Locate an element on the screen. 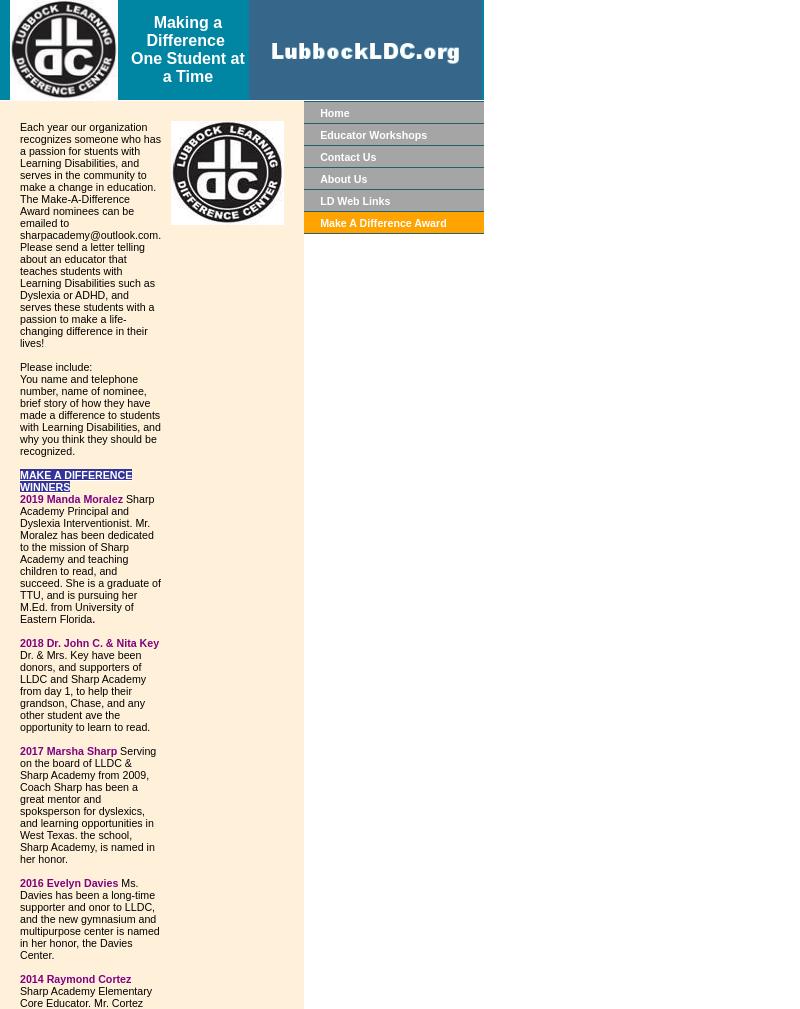  'Please include:' is located at coordinates (55, 365).